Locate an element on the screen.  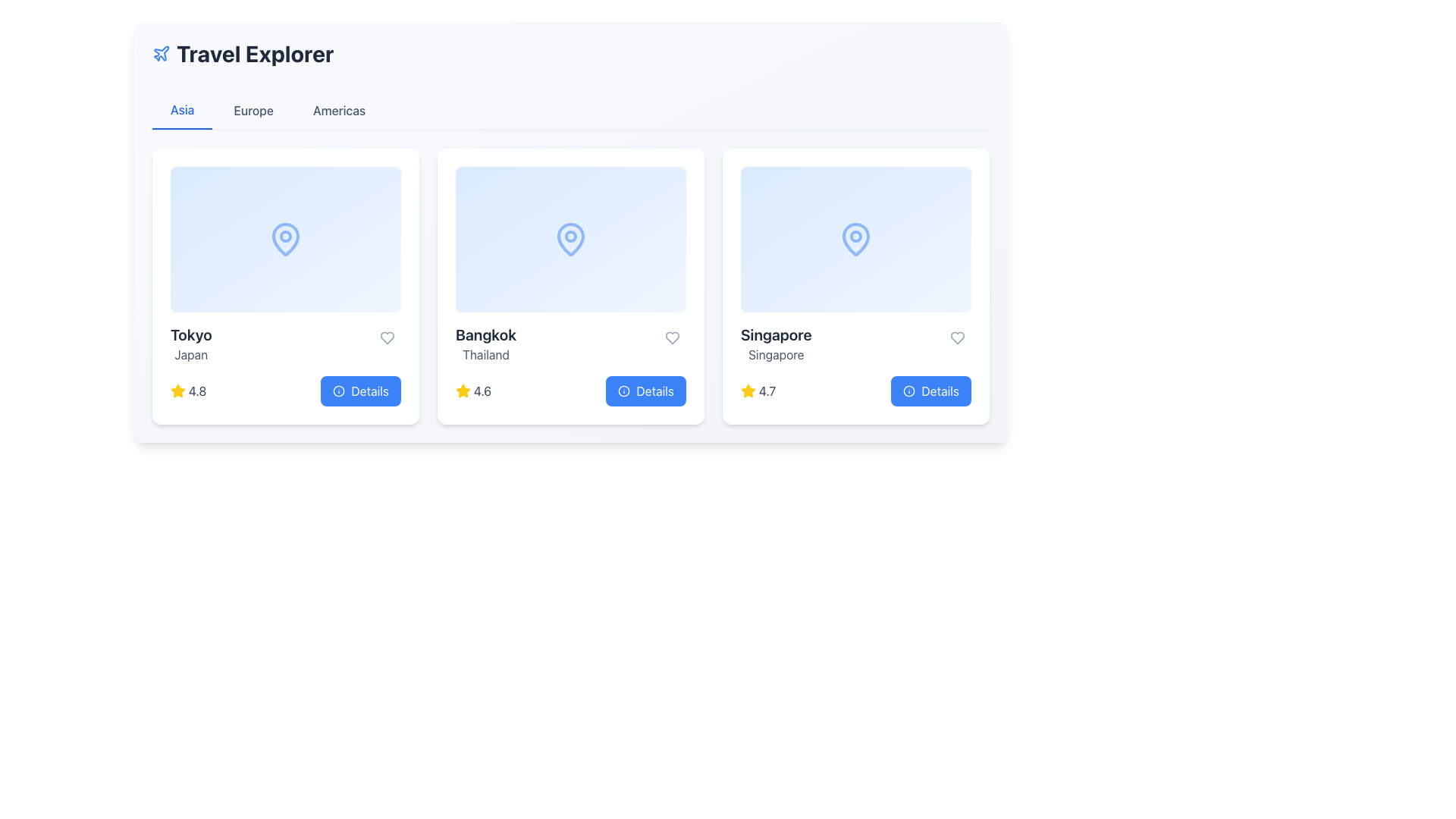
the pin icon that visually indicates the location of 'Tokyo' in the 'Travel Explorer' interface, located at the center of the card representing 'Tokyo, Japan.' is located at coordinates (286, 239).